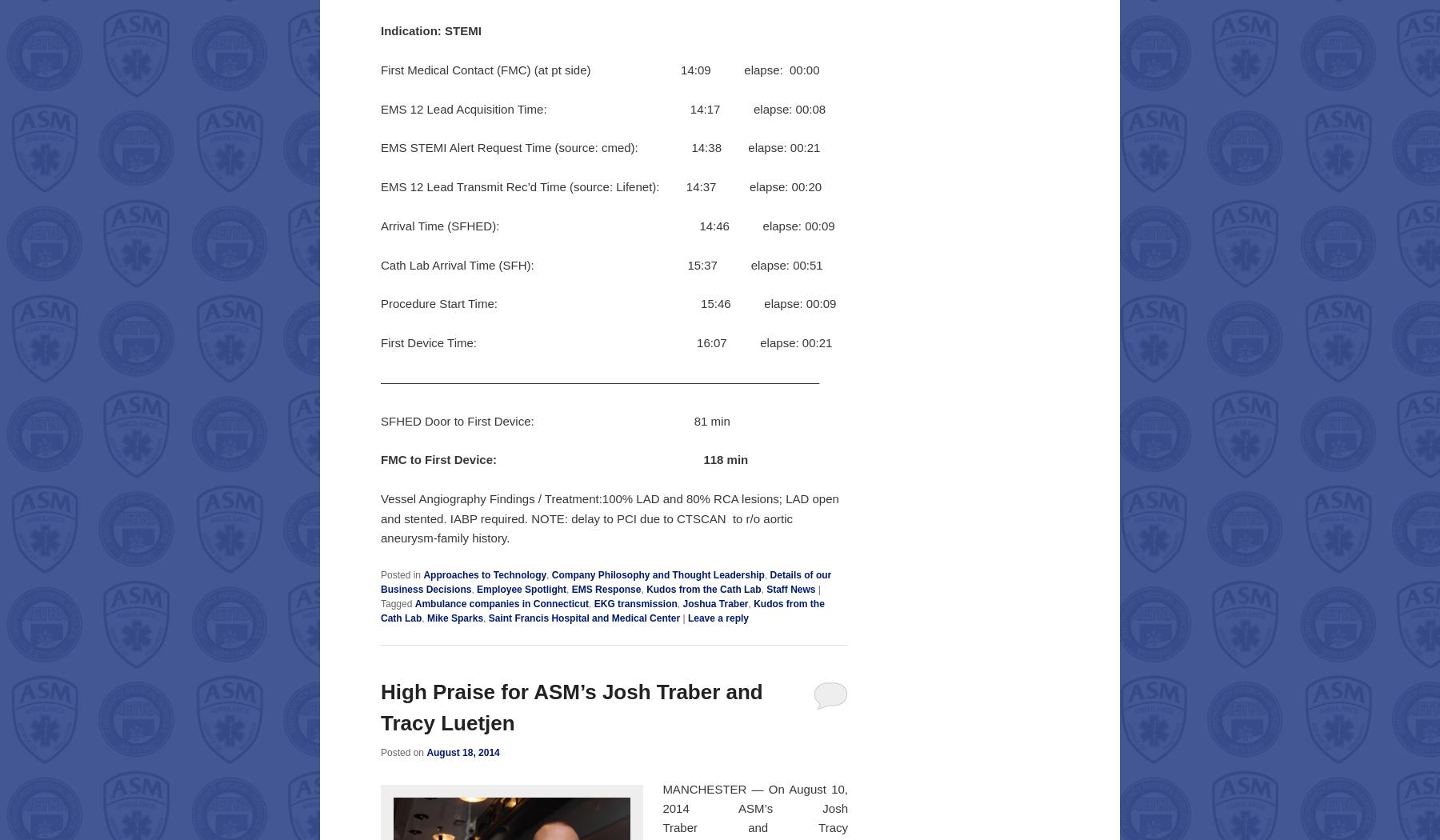 Image resolution: width=1440 pixels, height=840 pixels. What do you see at coordinates (379, 107) in the screenshot?
I see `'EMS 12 Lead Acquisition Time:                                           14:17          elapse: 00:08'` at bounding box center [379, 107].